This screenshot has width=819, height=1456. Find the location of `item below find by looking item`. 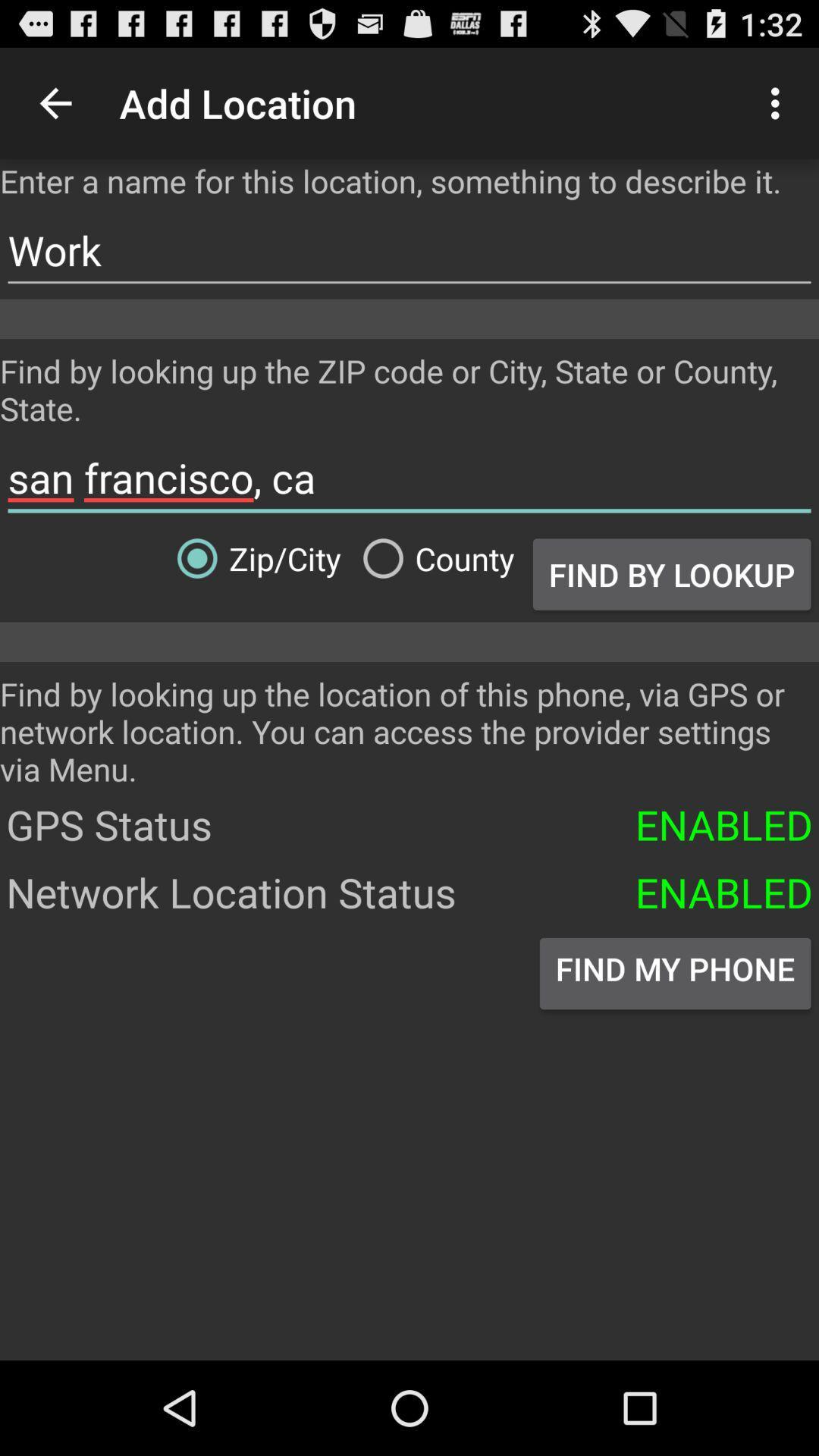

item below find by looking item is located at coordinates (409, 477).